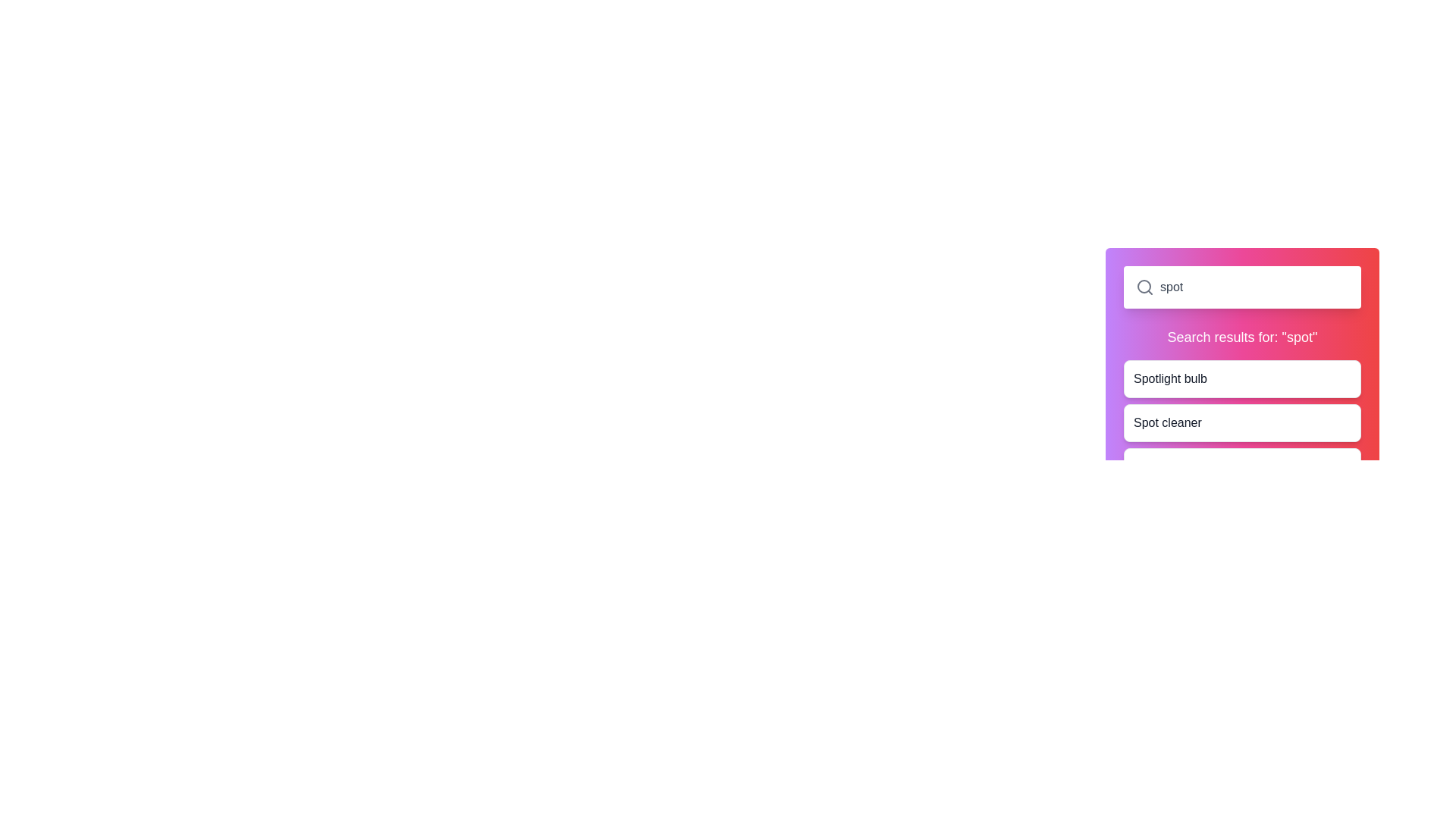 Image resolution: width=1456 pixels, height=819 pixels. Describe the element at coordinates (1242, 423) in the screenshot. I see `the selectable list item labeled 'Spot cleaner'` at that location.